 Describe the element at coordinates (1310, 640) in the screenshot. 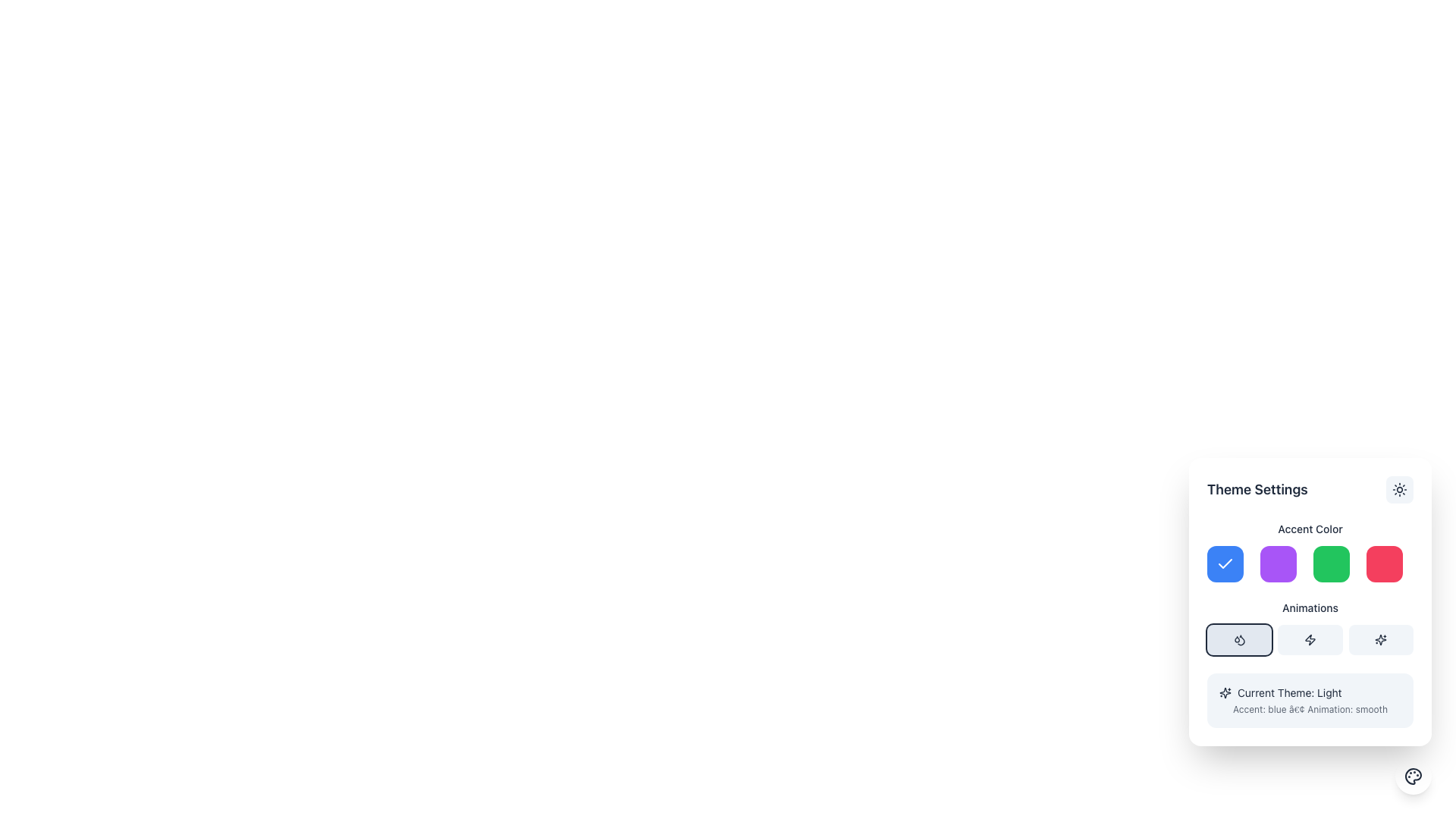

I see `the lightning bolt-shaped icon representing energy or electricity, located` at that location.